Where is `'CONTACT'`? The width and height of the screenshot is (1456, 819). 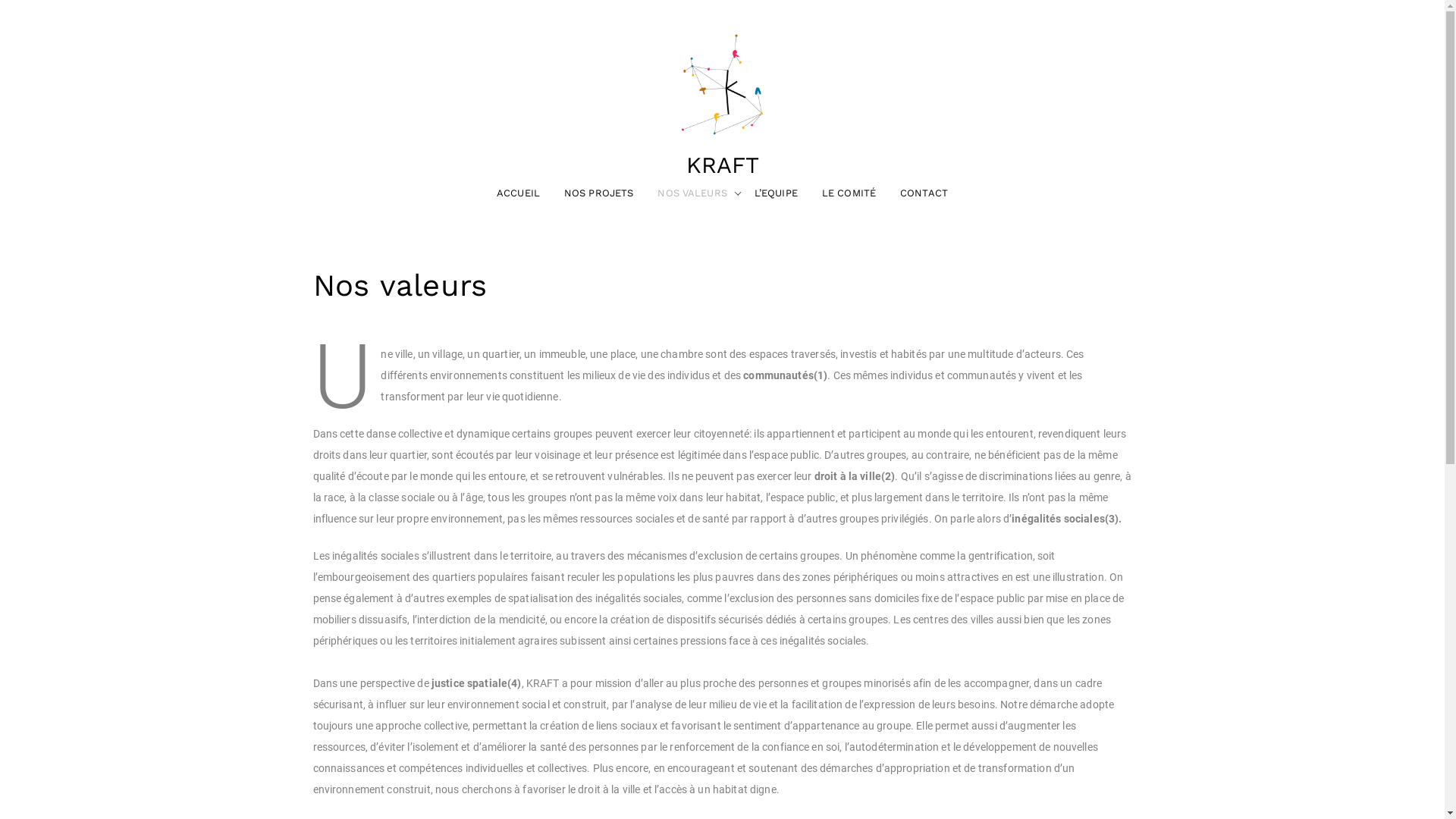
'CONTACT' is located at coordinates (888, 192).